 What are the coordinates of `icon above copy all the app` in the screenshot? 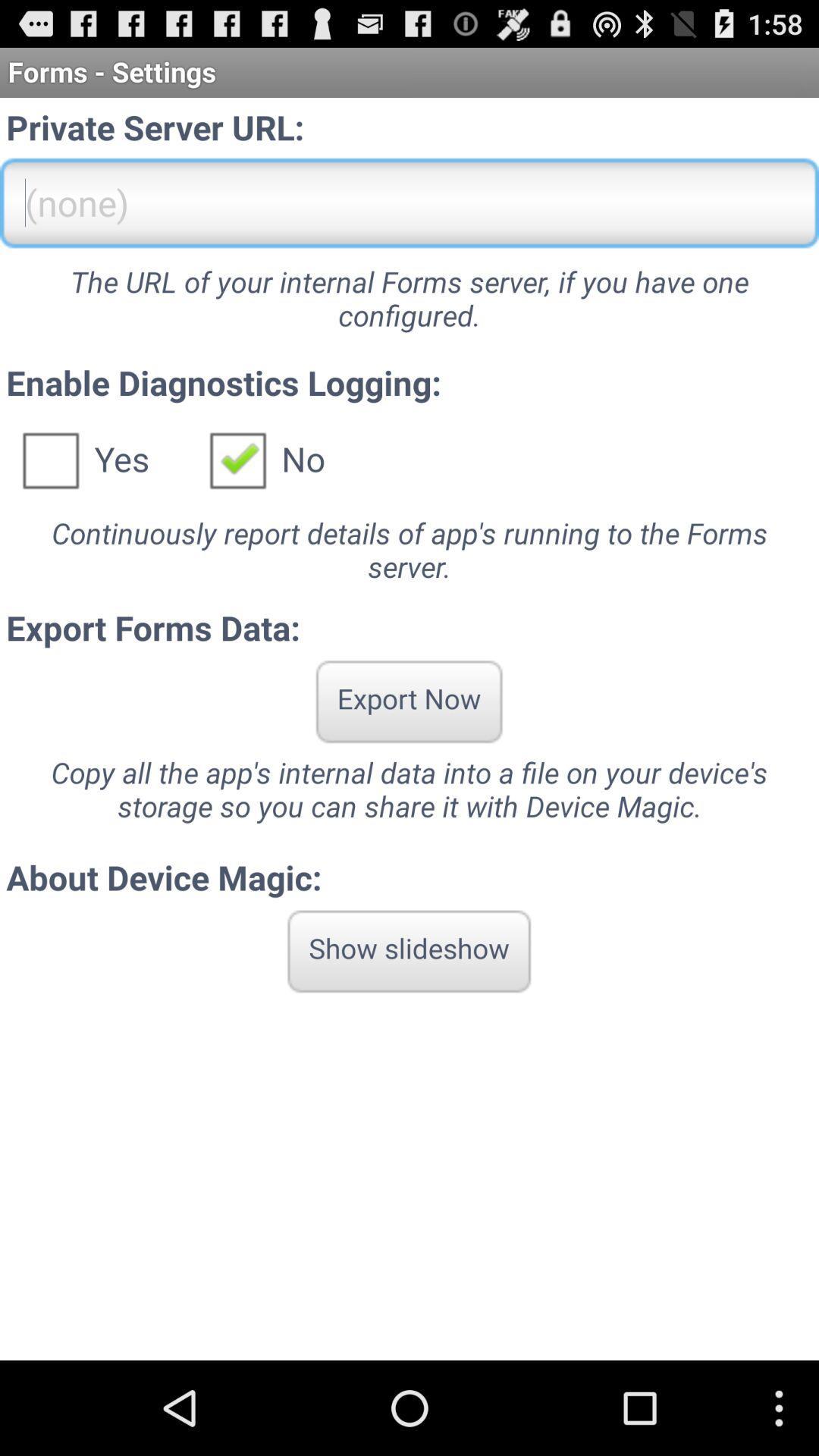 It's located at (408, 701).